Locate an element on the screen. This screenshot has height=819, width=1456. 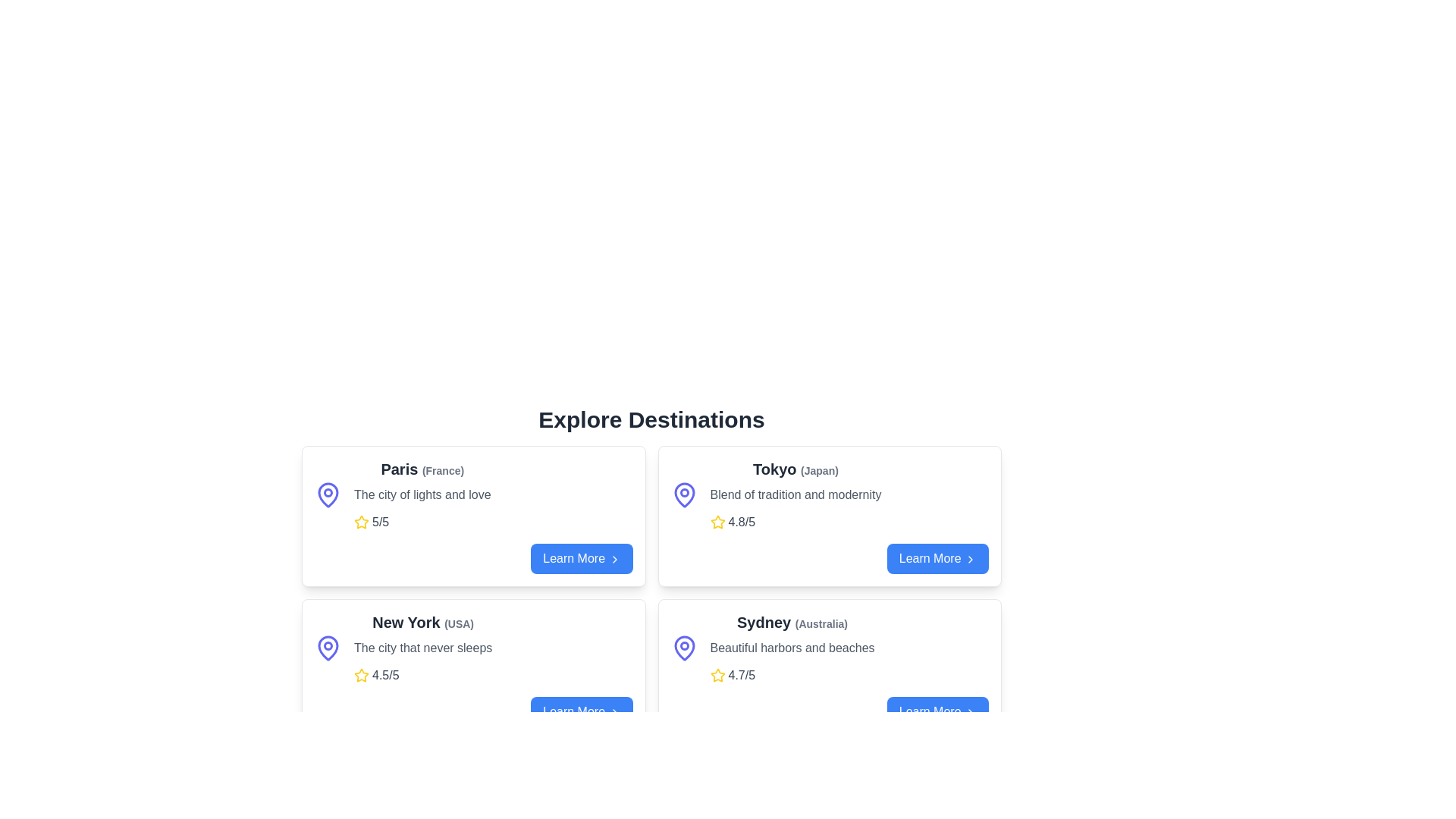
the text label displaying '4.7/5' which is part of the rating system for the travel destination 'Sydney (Australia)', located next to a yellow star icon in the bottom-right card of the grid layout is located at coordinates (742, 675).